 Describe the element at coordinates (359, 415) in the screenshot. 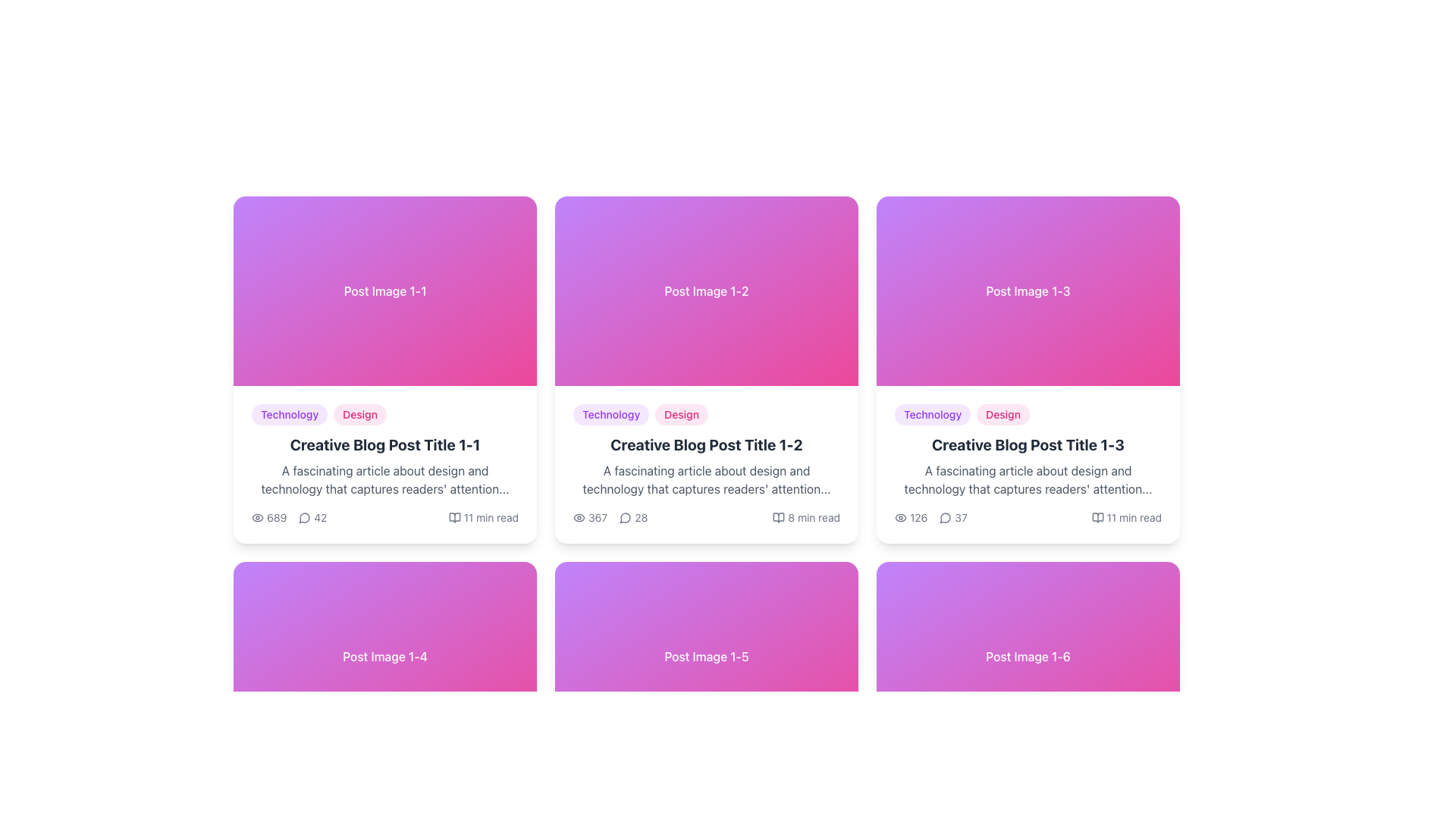

I see `the 'Design' tag with a pink background to filter by 'Design' in the blog post card` at that location.